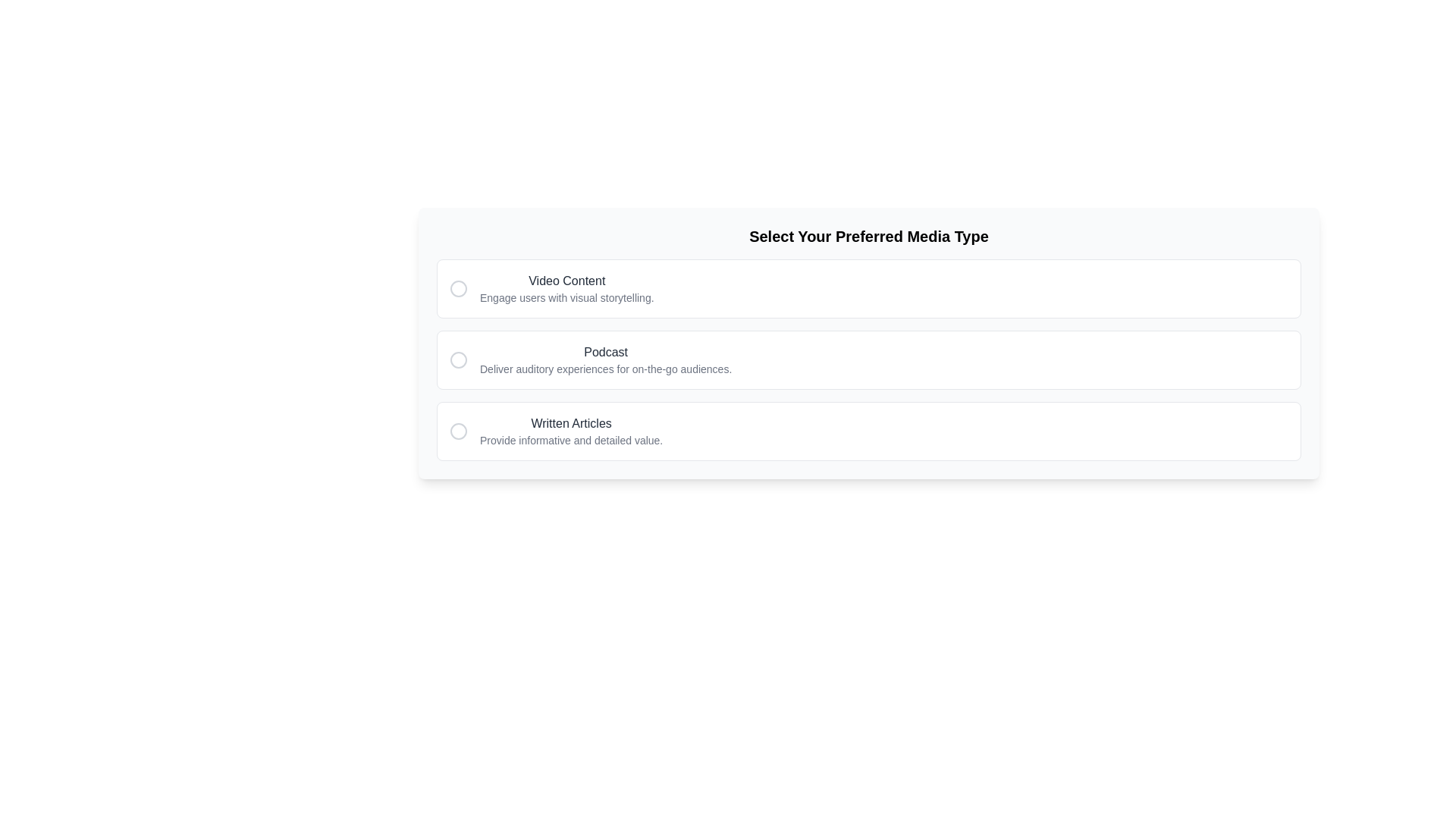 The width and height of the screenshot is (1456, 819). I want to click on the 'Podcast' radio button, so click(457, 359).